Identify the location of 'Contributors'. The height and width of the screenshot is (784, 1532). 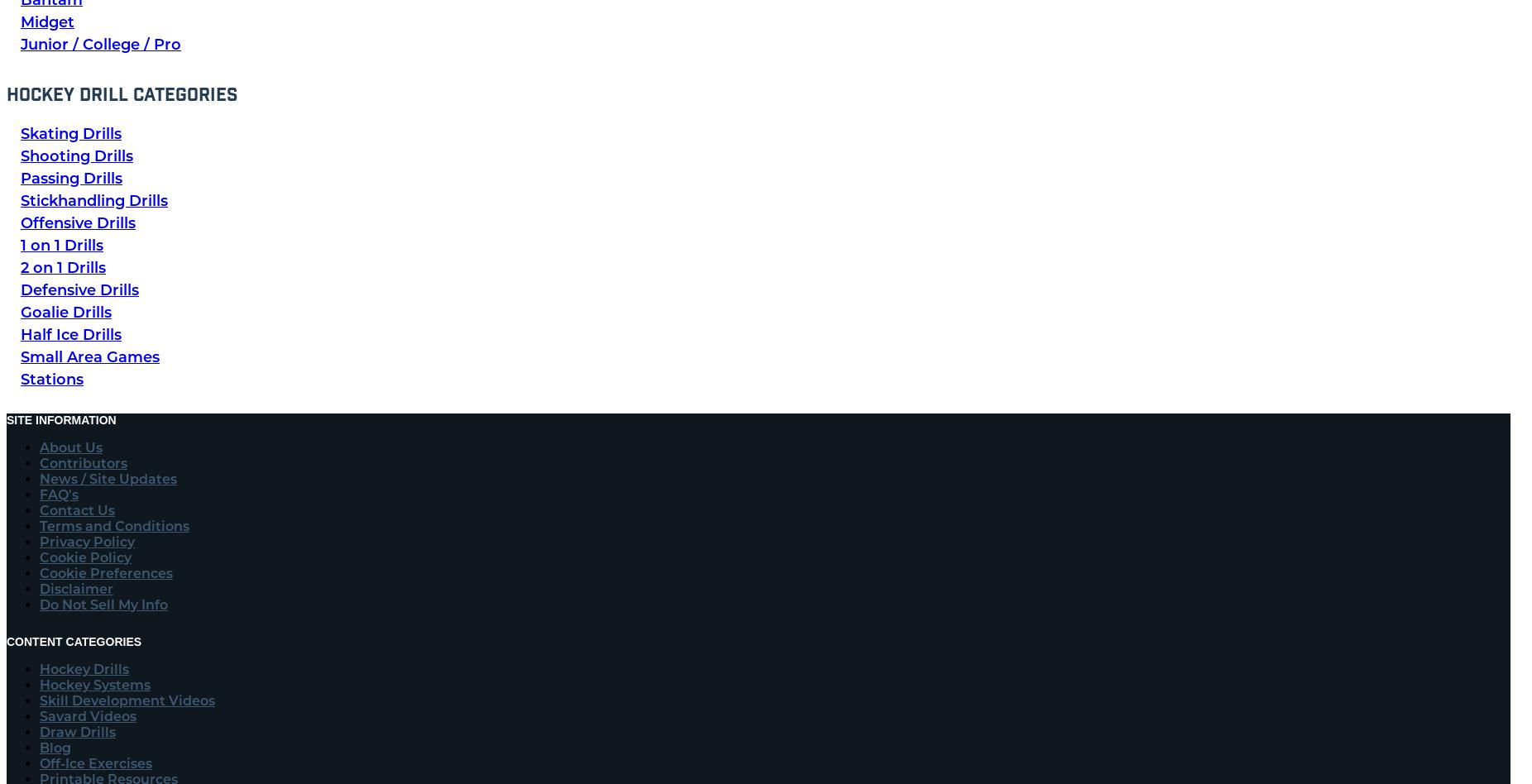
(82, 462).